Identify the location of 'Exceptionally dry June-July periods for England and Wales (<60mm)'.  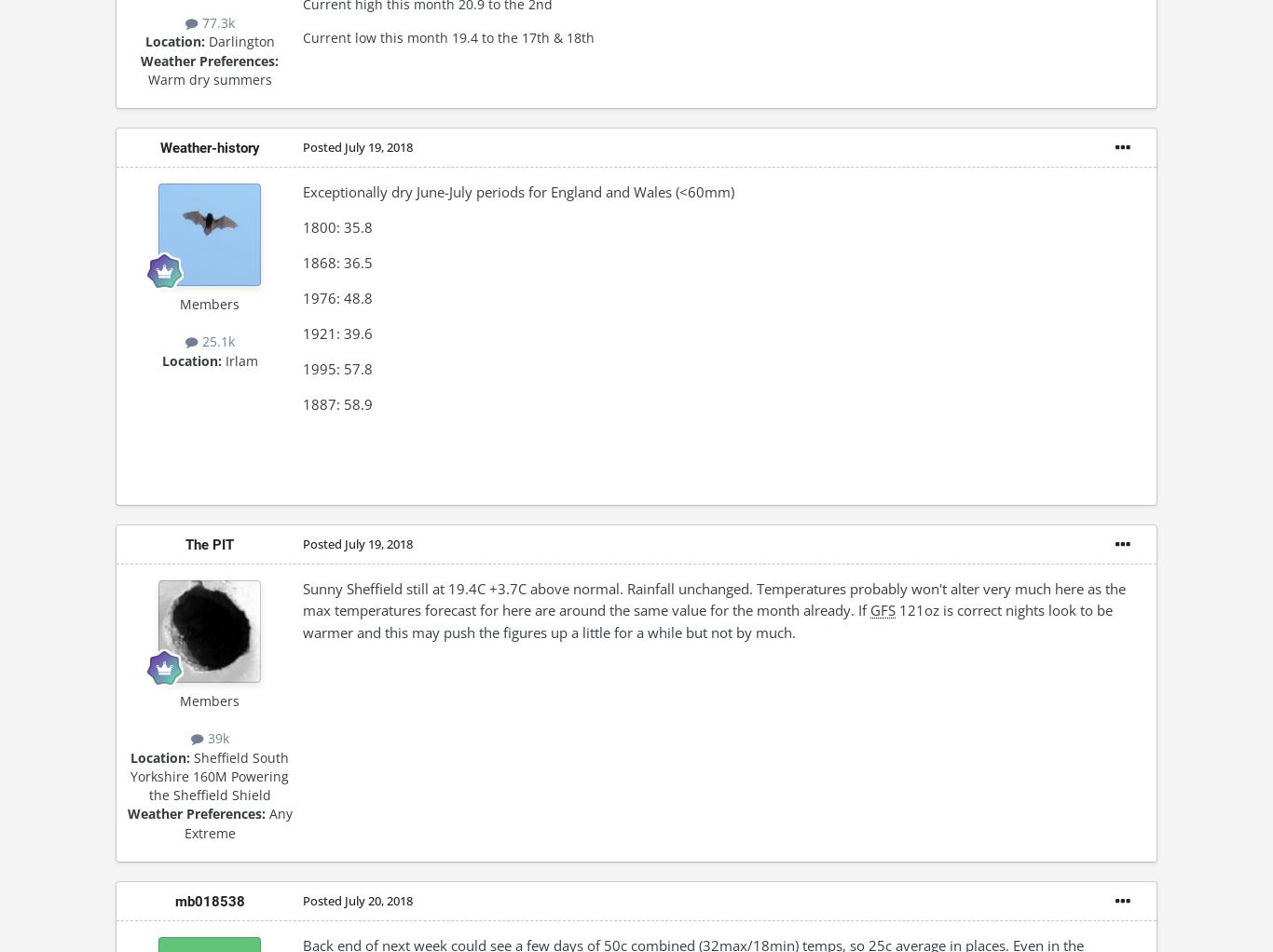
(518, 192).